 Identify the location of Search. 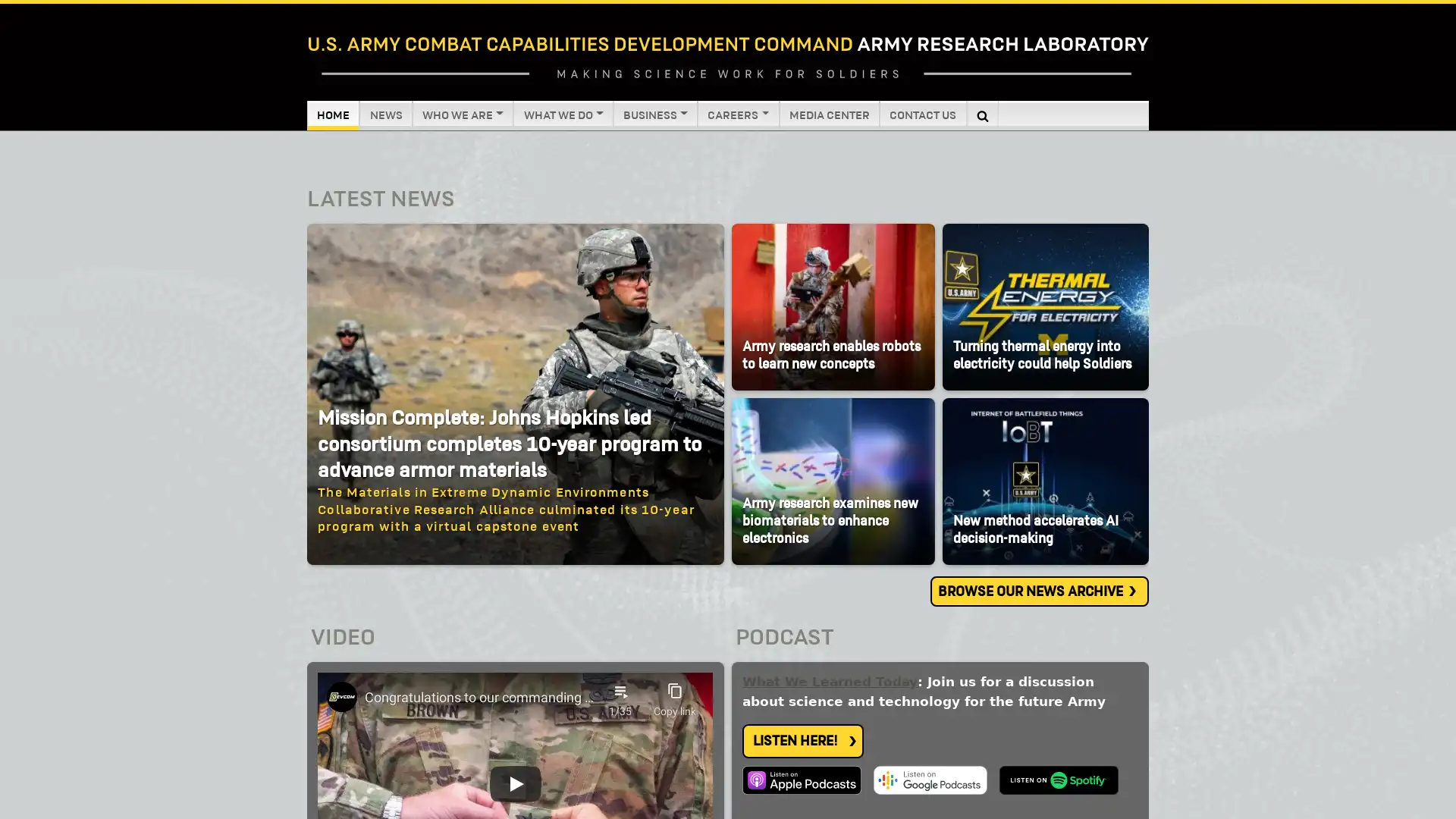
(982, 115).